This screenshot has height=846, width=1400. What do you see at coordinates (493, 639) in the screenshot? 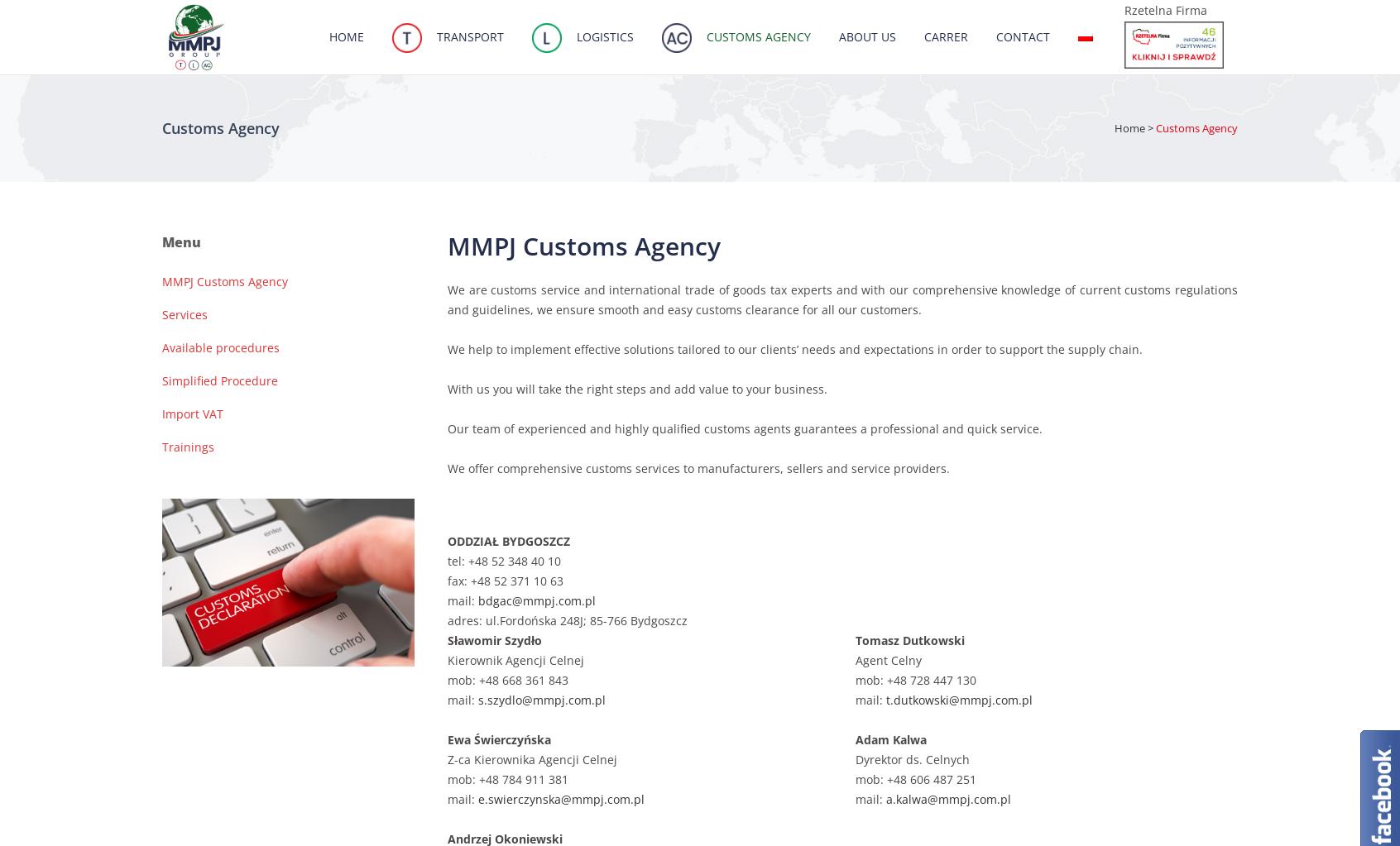
I see `'Sławomir Szydło'` at bounding box center [493, 639].